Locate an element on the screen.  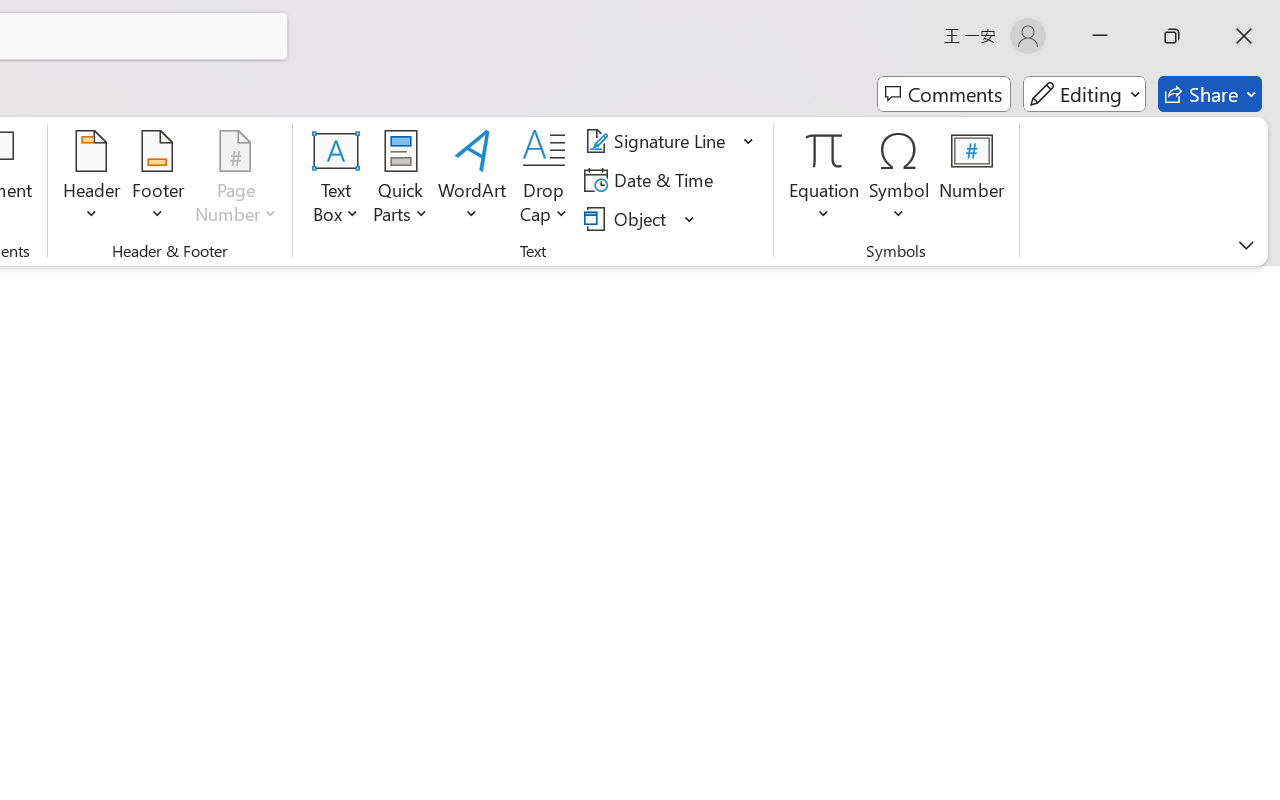
'Text Box' is located at coordinates (336, 179).